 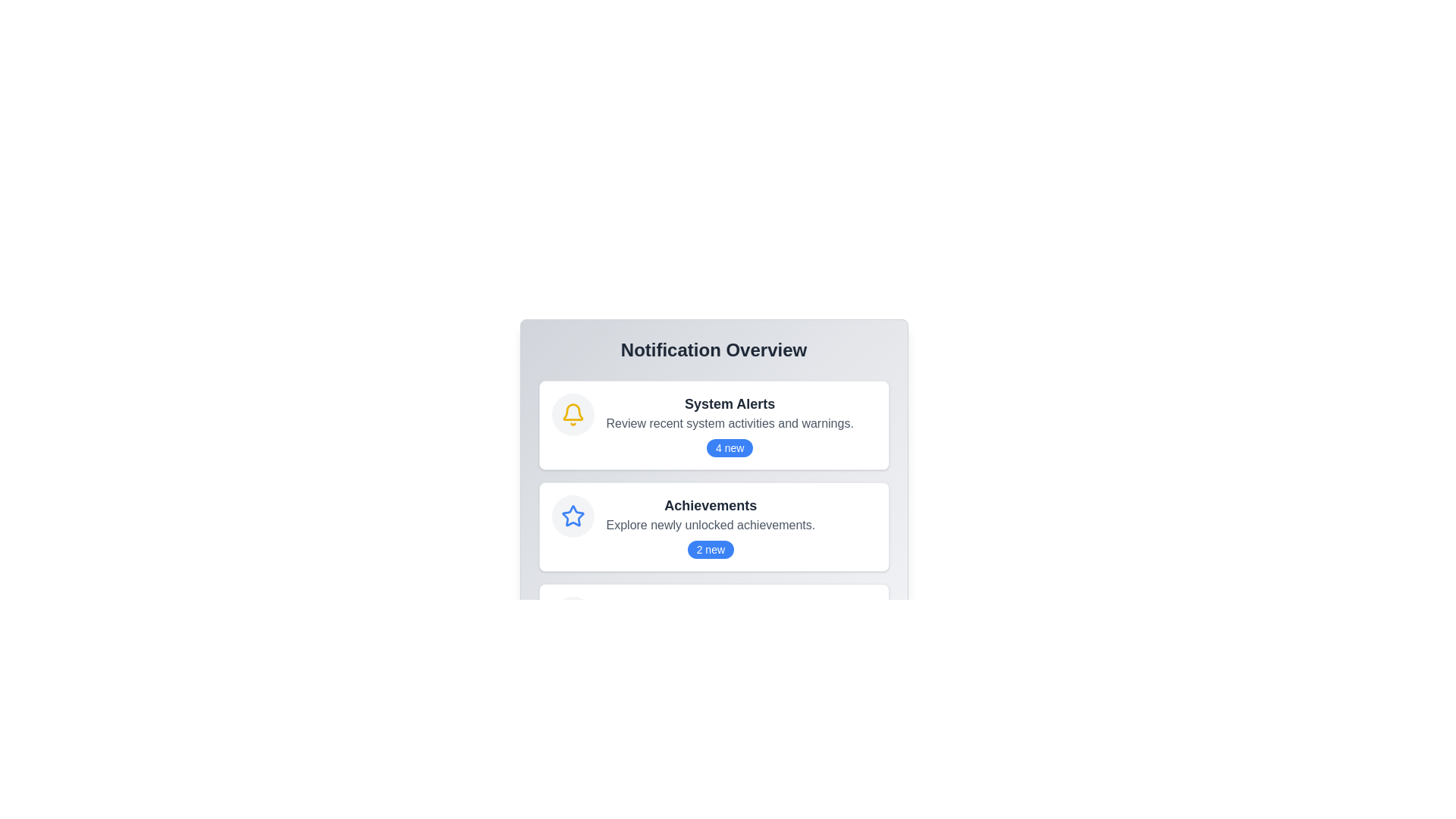 What do you see at coordinates (572, 516) in the screenshot?
I see `the circular badge with a gray background and blue star icon located in the 'Achievements' section card, positioned to the left of the text 'Achievements'` at bounding box center [572, 516].